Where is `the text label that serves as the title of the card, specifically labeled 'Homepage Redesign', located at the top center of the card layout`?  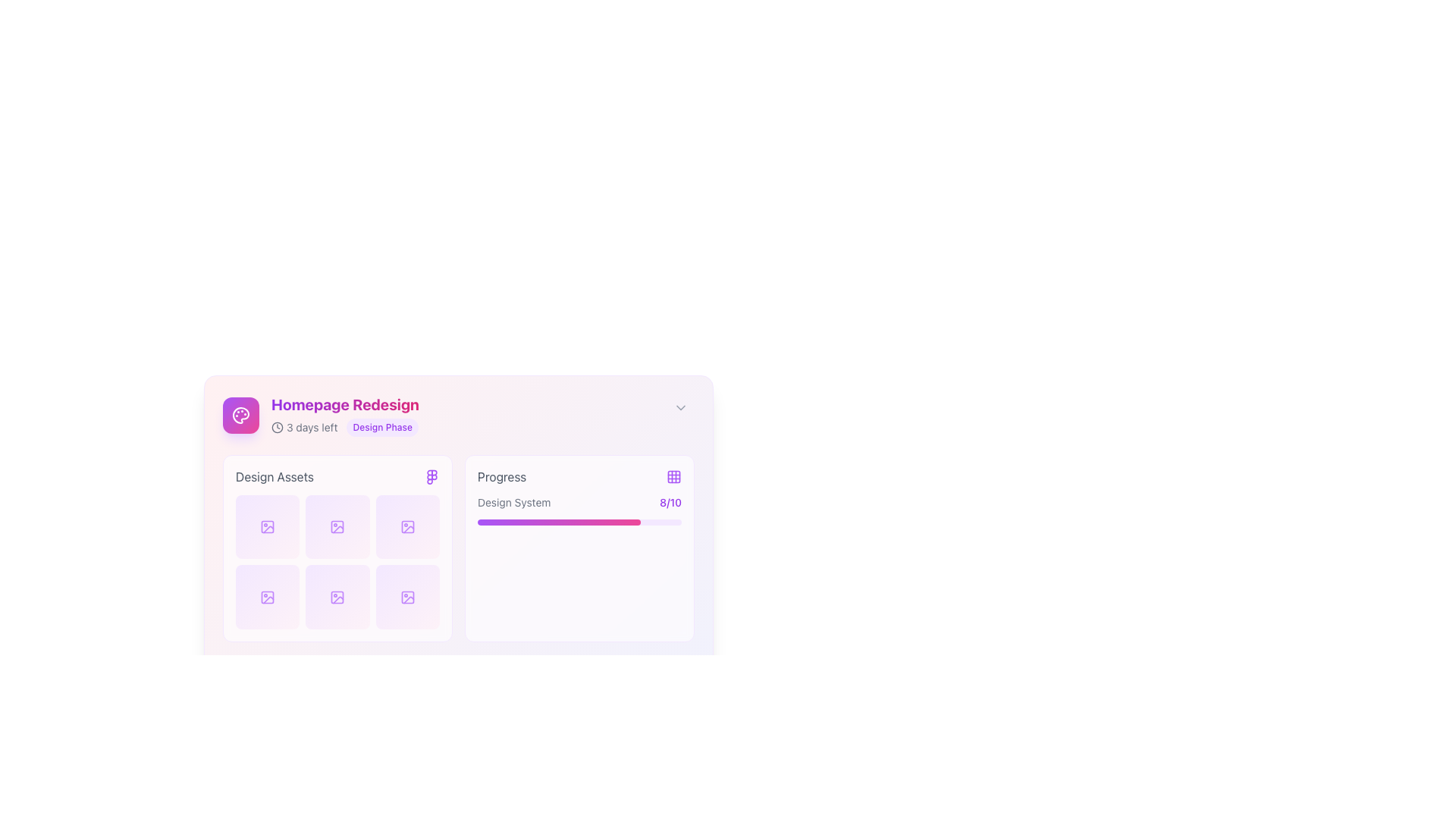
the text label that serves as the title of the card, specifically labeled 'Homepage Redesign', located at the top center of the card layout is located at coordinates (344, 403).